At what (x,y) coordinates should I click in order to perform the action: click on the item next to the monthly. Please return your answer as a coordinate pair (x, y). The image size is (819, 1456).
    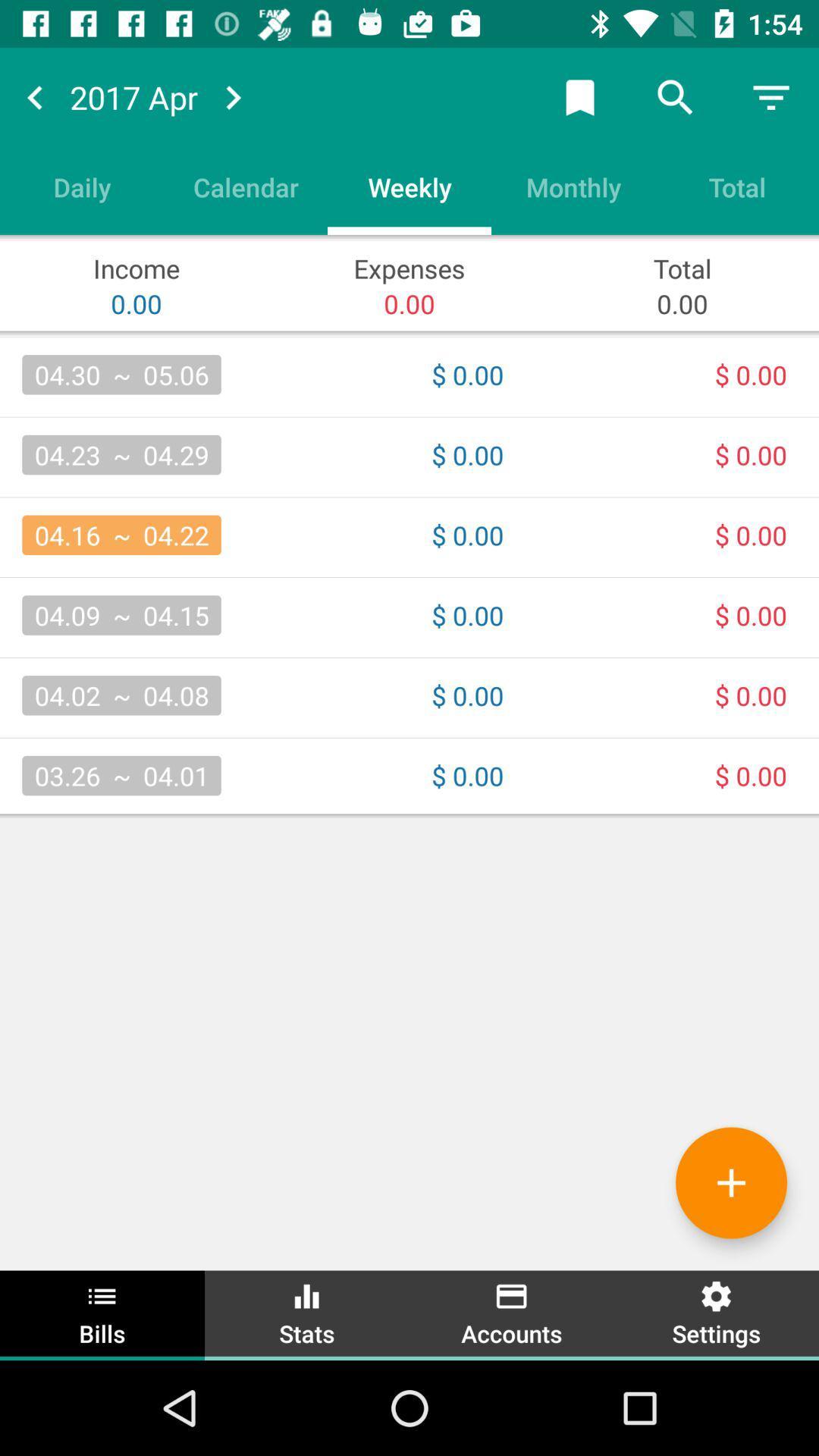
    Looking at the image, I should click on (409, 186).